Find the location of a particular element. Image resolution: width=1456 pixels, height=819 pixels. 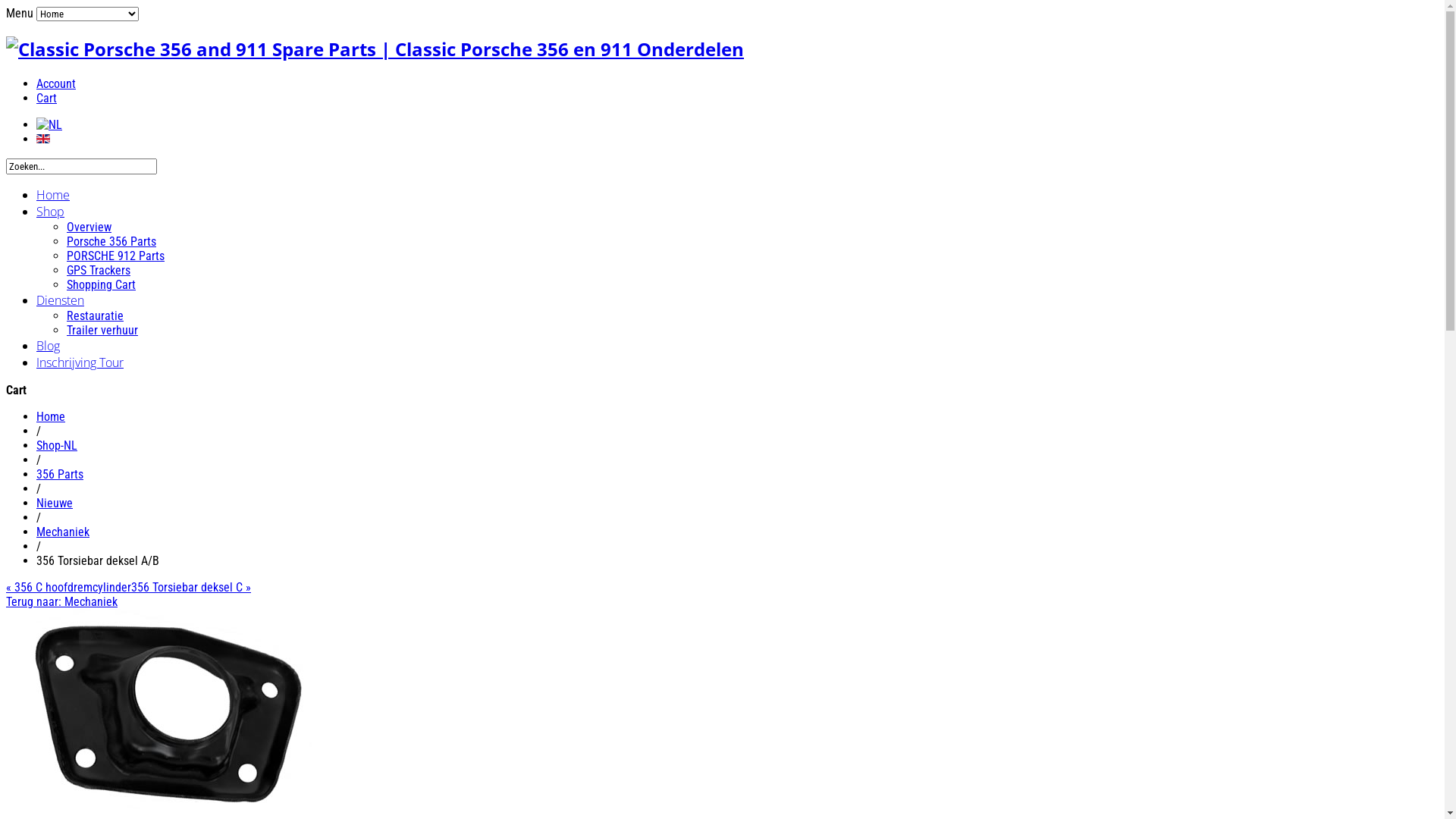

'Home' is located at coordinates (51, 416).